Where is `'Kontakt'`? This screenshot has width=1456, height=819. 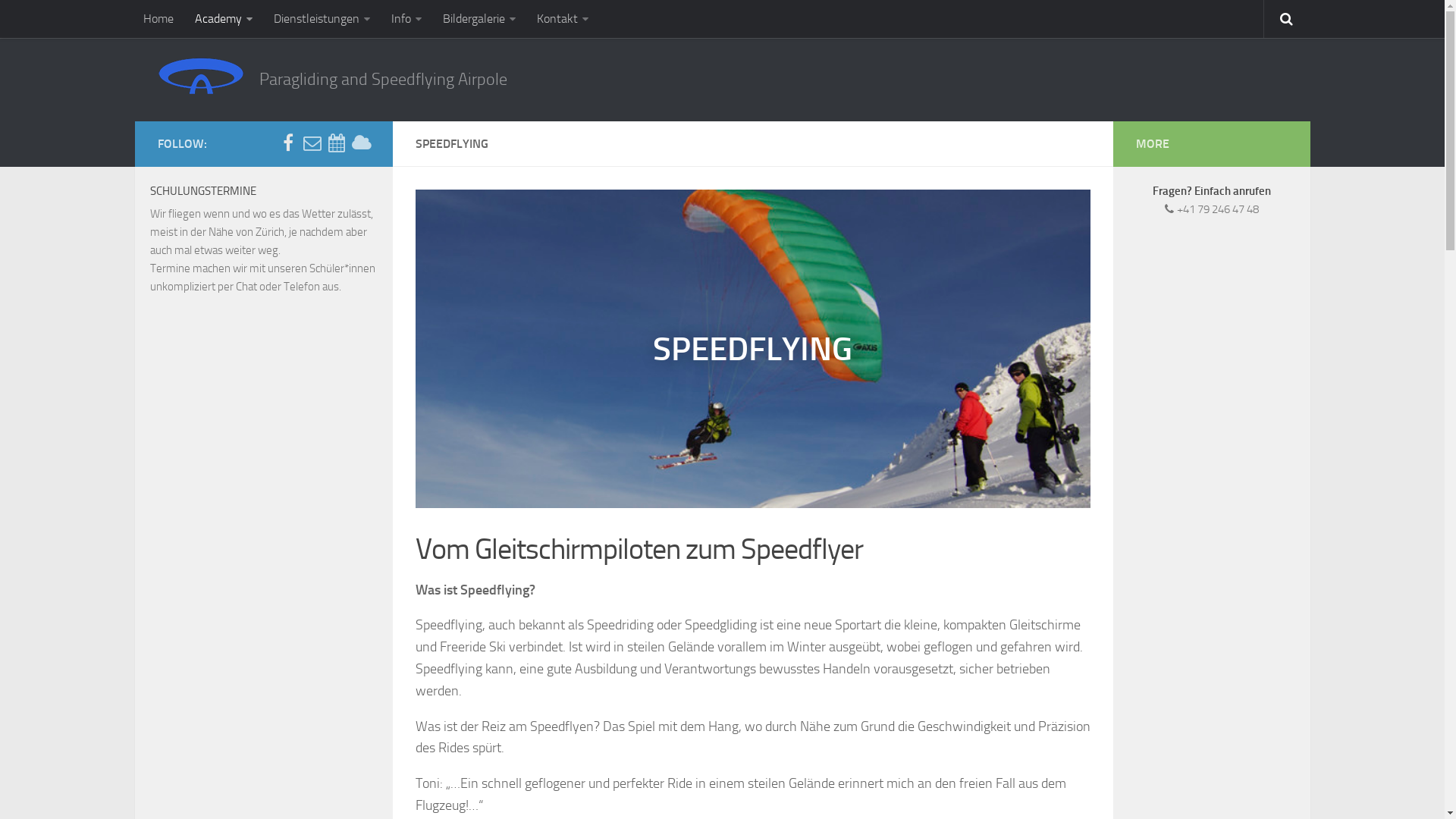 'Kontakt' is located at coordinates (562, 18).